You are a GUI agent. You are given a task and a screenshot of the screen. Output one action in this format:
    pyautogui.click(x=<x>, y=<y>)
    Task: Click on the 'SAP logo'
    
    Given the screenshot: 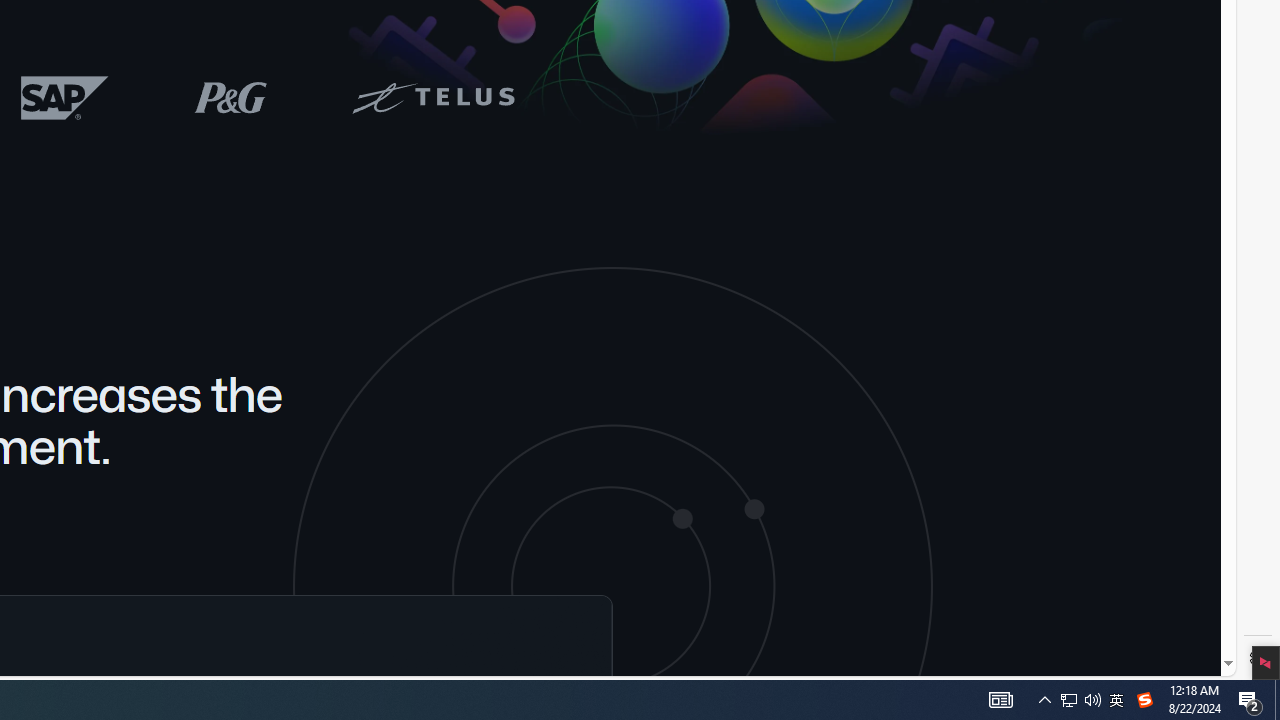 What is the action you would take?
    pyautogui.click(x=65, y=97)
    